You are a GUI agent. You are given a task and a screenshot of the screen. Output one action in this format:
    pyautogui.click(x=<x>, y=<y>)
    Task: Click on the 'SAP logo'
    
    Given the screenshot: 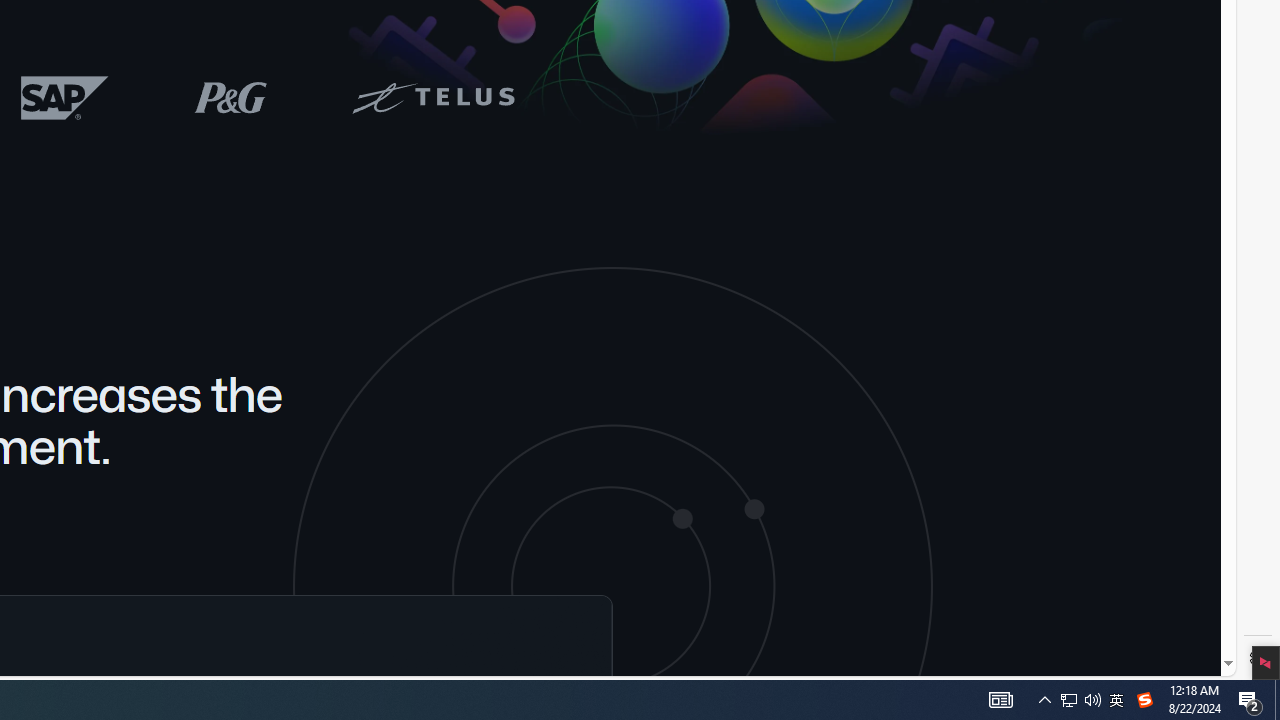 What is the action you would take?
    pyautogui.click(x=65, y=97)
    